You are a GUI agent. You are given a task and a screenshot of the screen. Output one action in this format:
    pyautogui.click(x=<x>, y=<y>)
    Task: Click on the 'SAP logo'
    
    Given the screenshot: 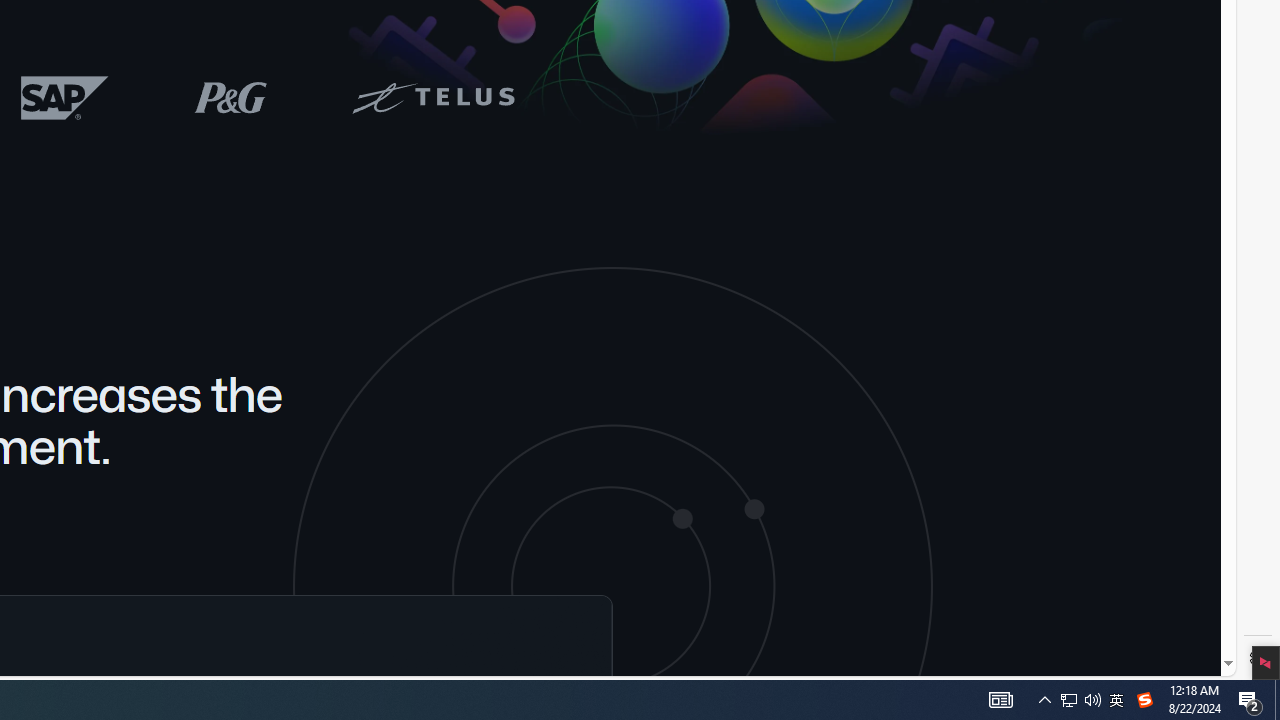 What is the action you would take?
    pyautogui.click(x=65, y=97)
    